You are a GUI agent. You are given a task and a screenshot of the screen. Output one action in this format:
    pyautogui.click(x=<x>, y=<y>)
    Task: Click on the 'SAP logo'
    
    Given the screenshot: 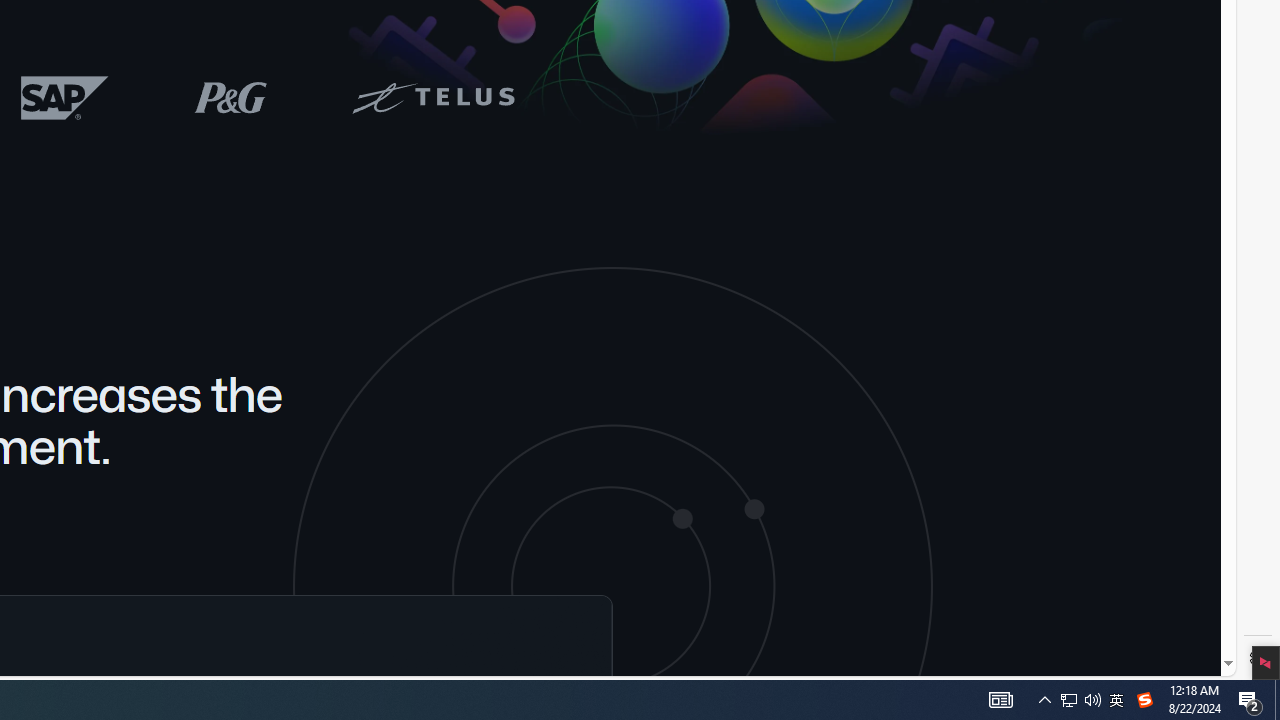 What is the action you would take?
    pyautogui.click(x=65, y=97)
    